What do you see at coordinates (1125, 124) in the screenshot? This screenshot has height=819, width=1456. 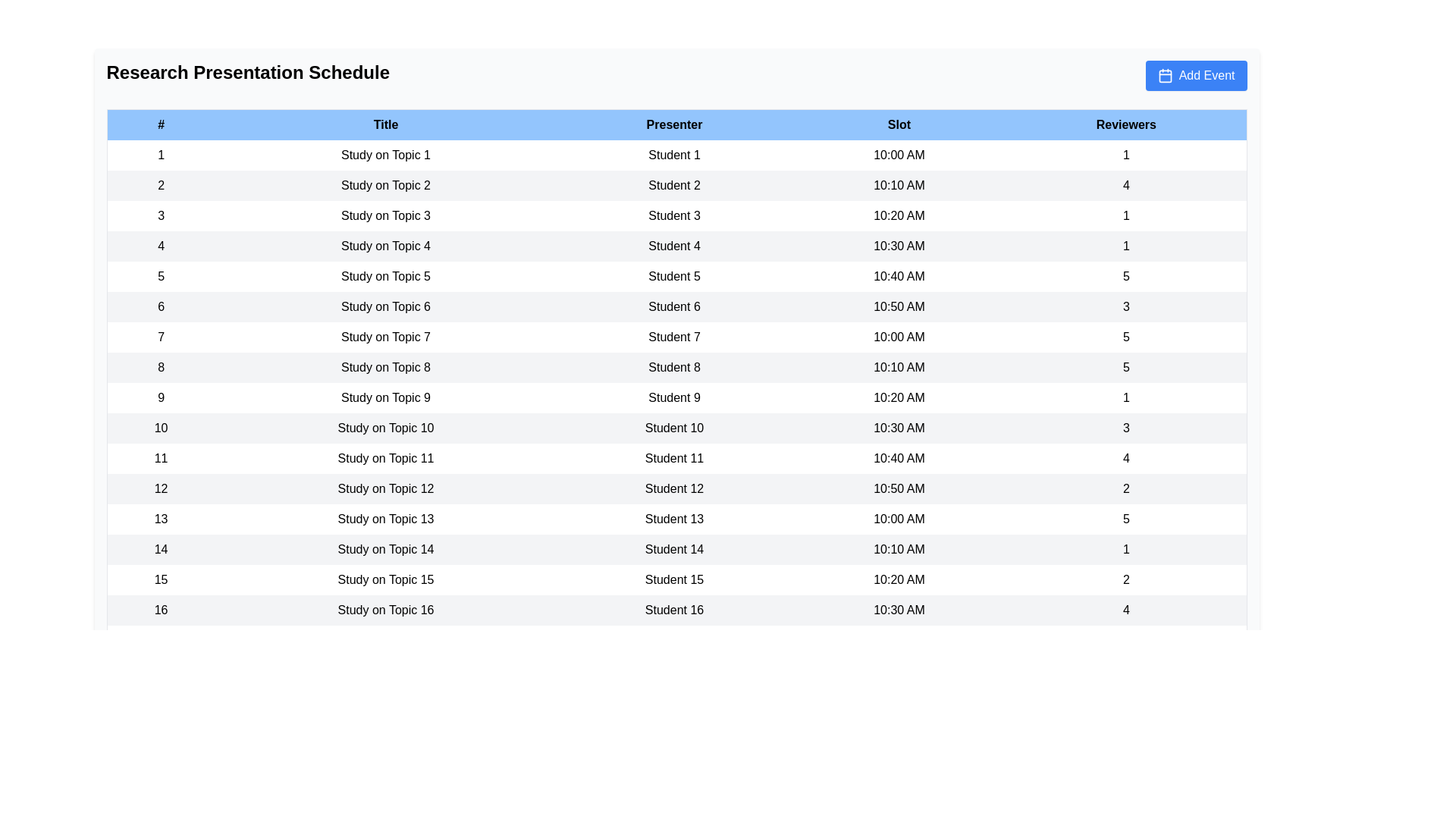 I see `the column header Reviewers to sort the table by that column` at bounding box center [1125, 124].